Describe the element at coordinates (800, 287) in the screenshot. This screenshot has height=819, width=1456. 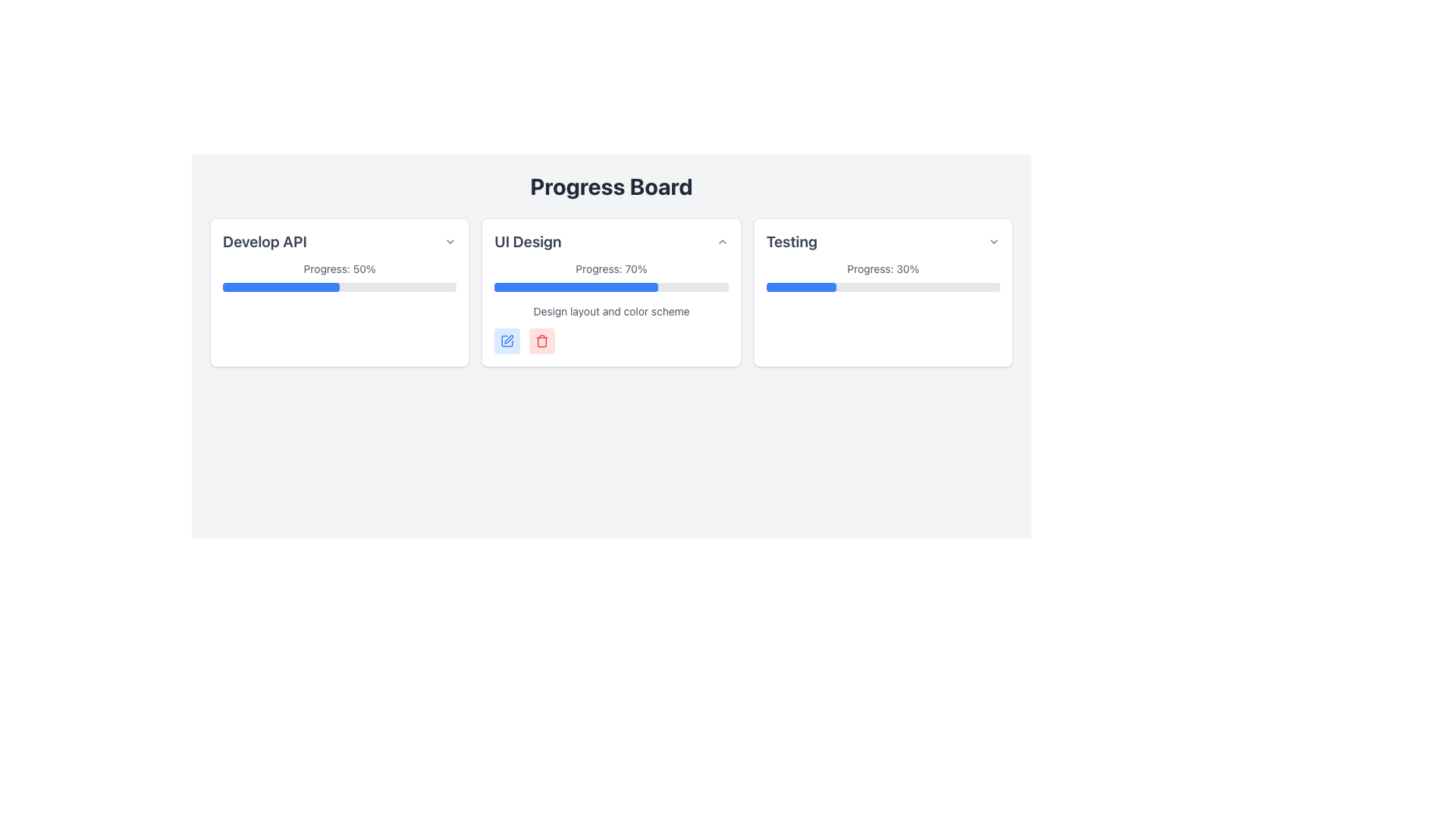
I see `the solid blue rectangle representing 30% progress in the 'Testing' section of the horizontal progress bar` at that location.